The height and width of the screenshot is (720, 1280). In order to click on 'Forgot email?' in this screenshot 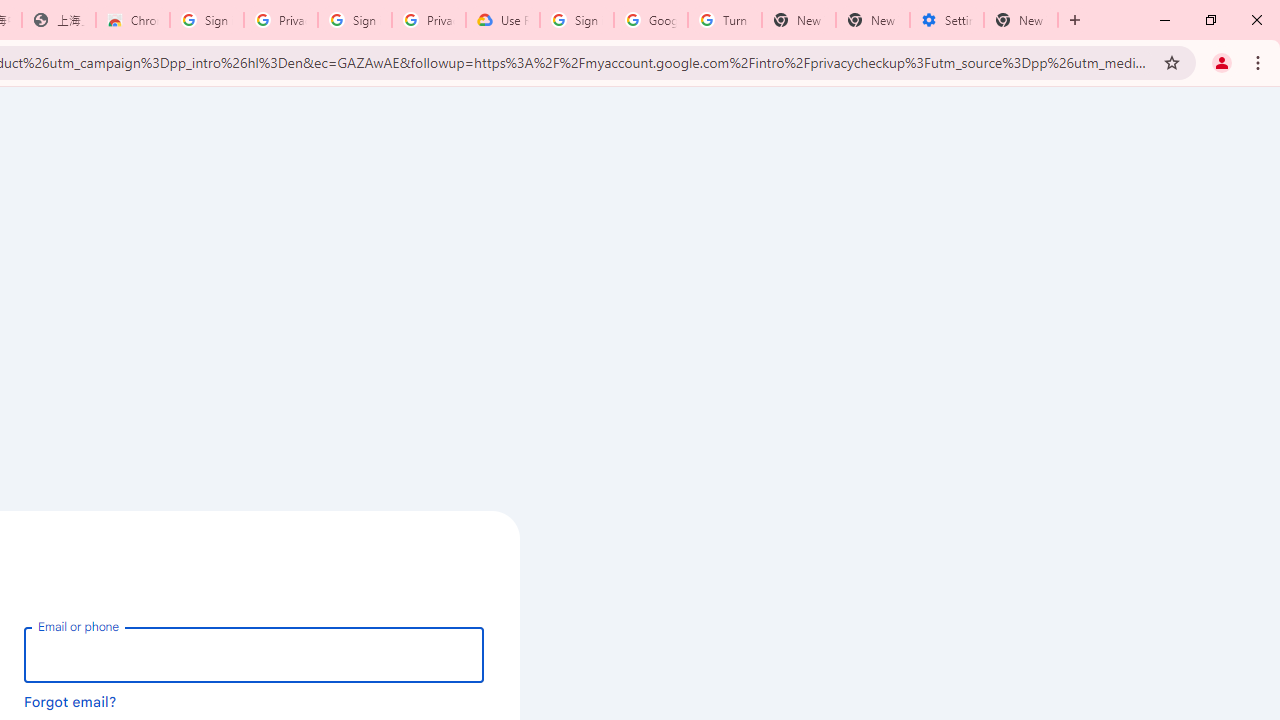, I will do `click(70, 700)`.